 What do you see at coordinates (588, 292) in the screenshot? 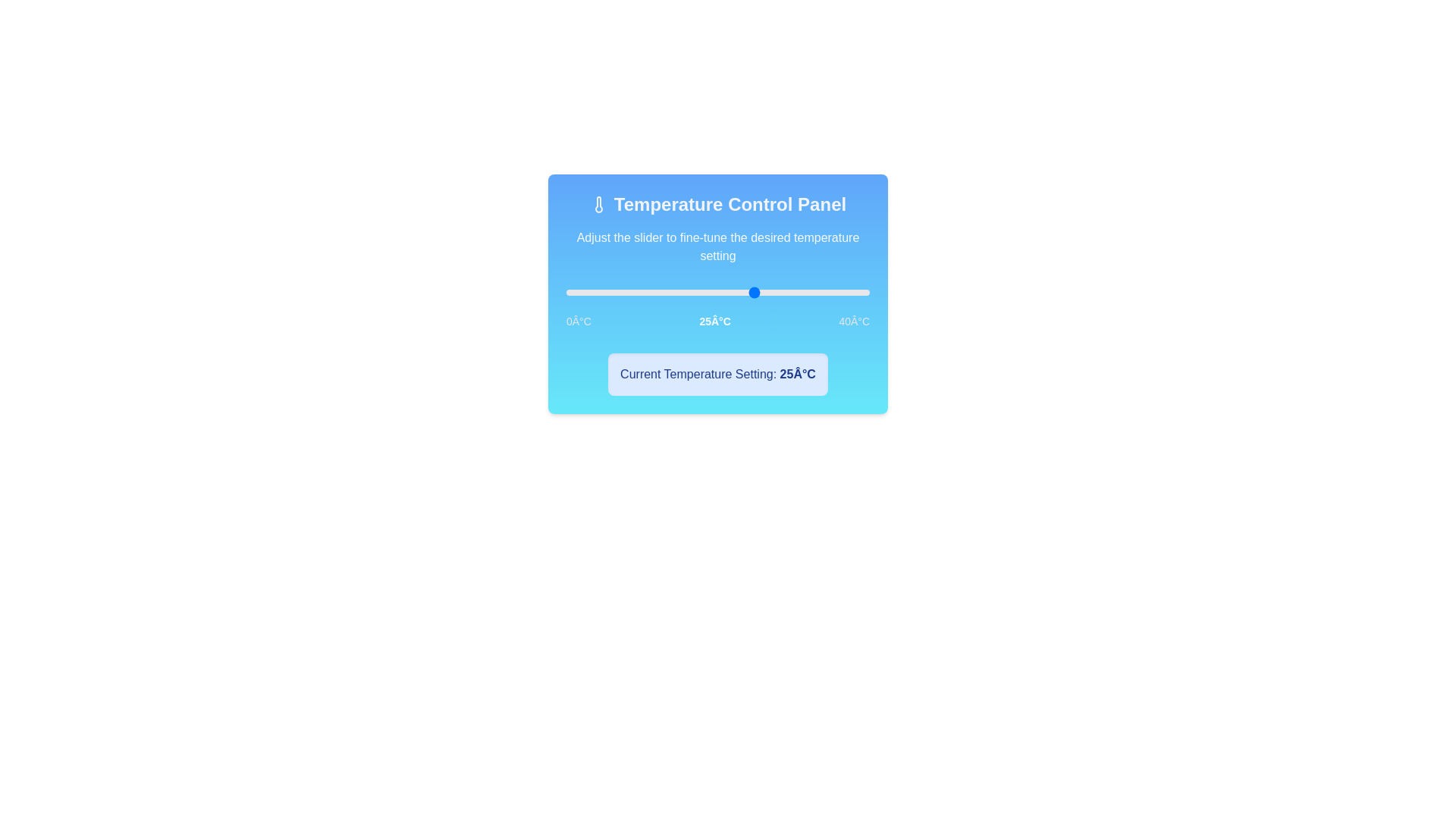
I see `the temperature to 3°C by clicking on the slider track` at bounding box center [588, 292].